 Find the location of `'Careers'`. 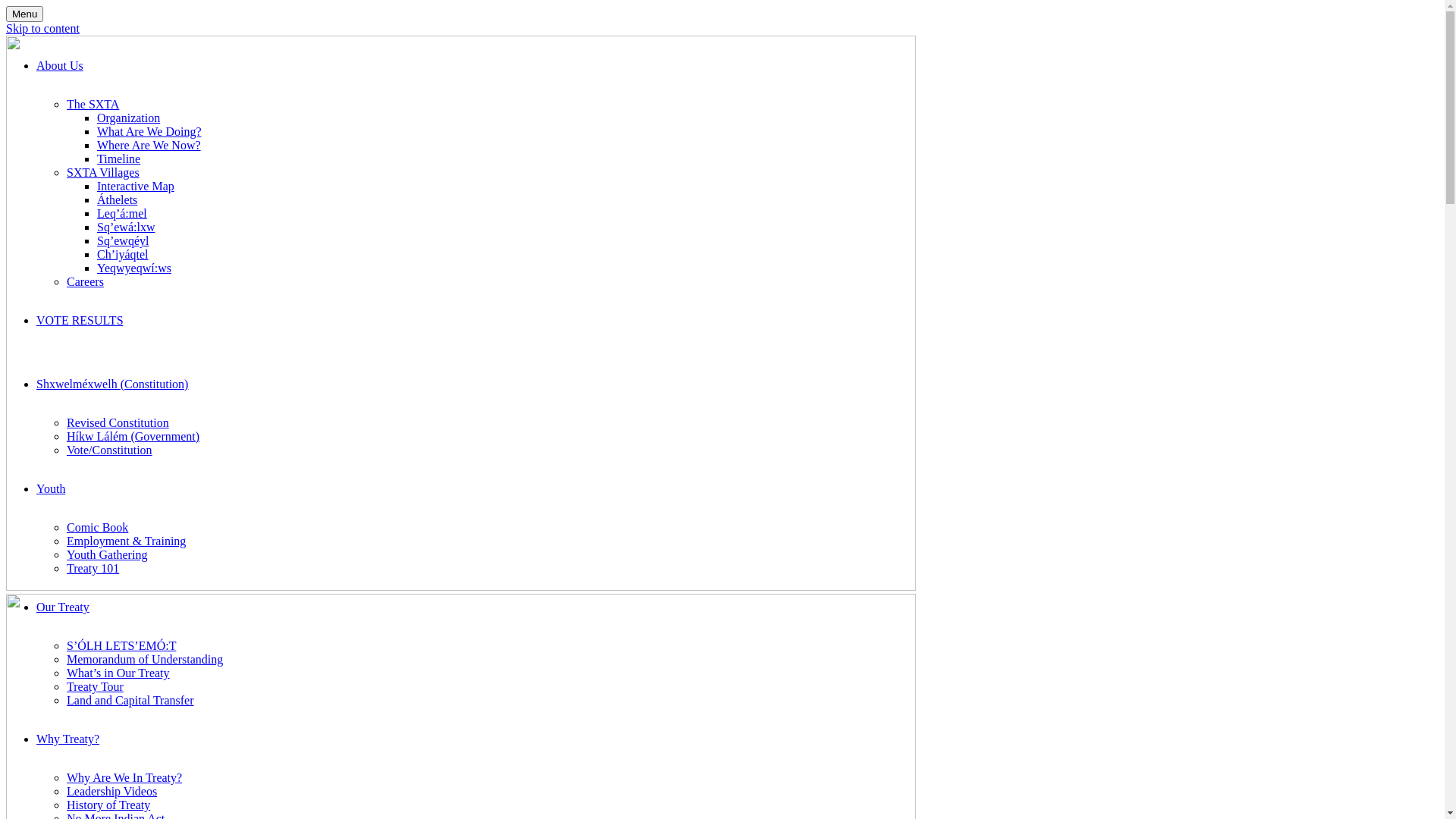

'Careers' is located at coordinates (84, 281).